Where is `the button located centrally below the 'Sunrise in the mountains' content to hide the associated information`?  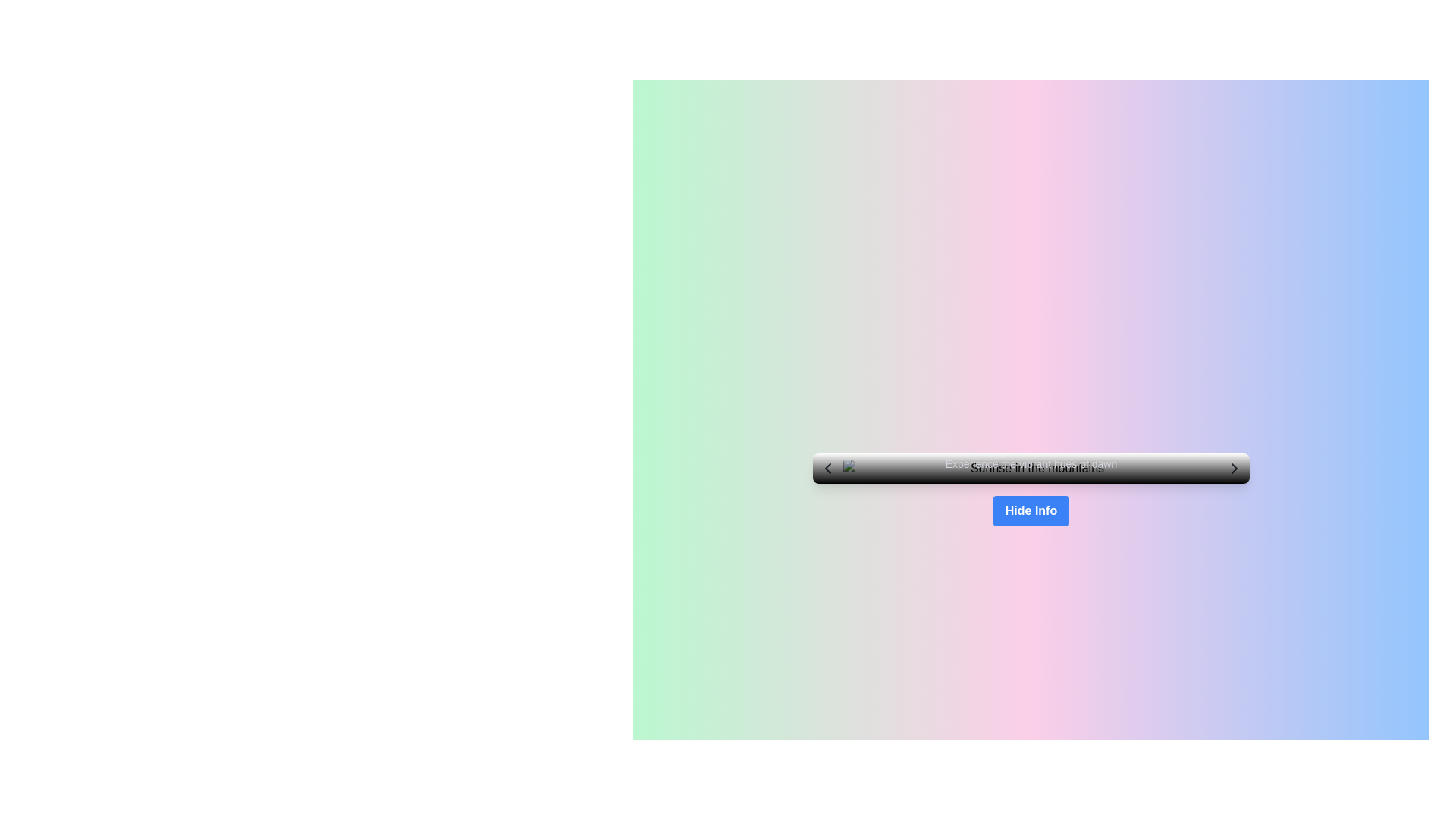
the button located centrally below the 'Sunrise in the mountains' content to hide the associated information is located at coordinates (1031, 511).